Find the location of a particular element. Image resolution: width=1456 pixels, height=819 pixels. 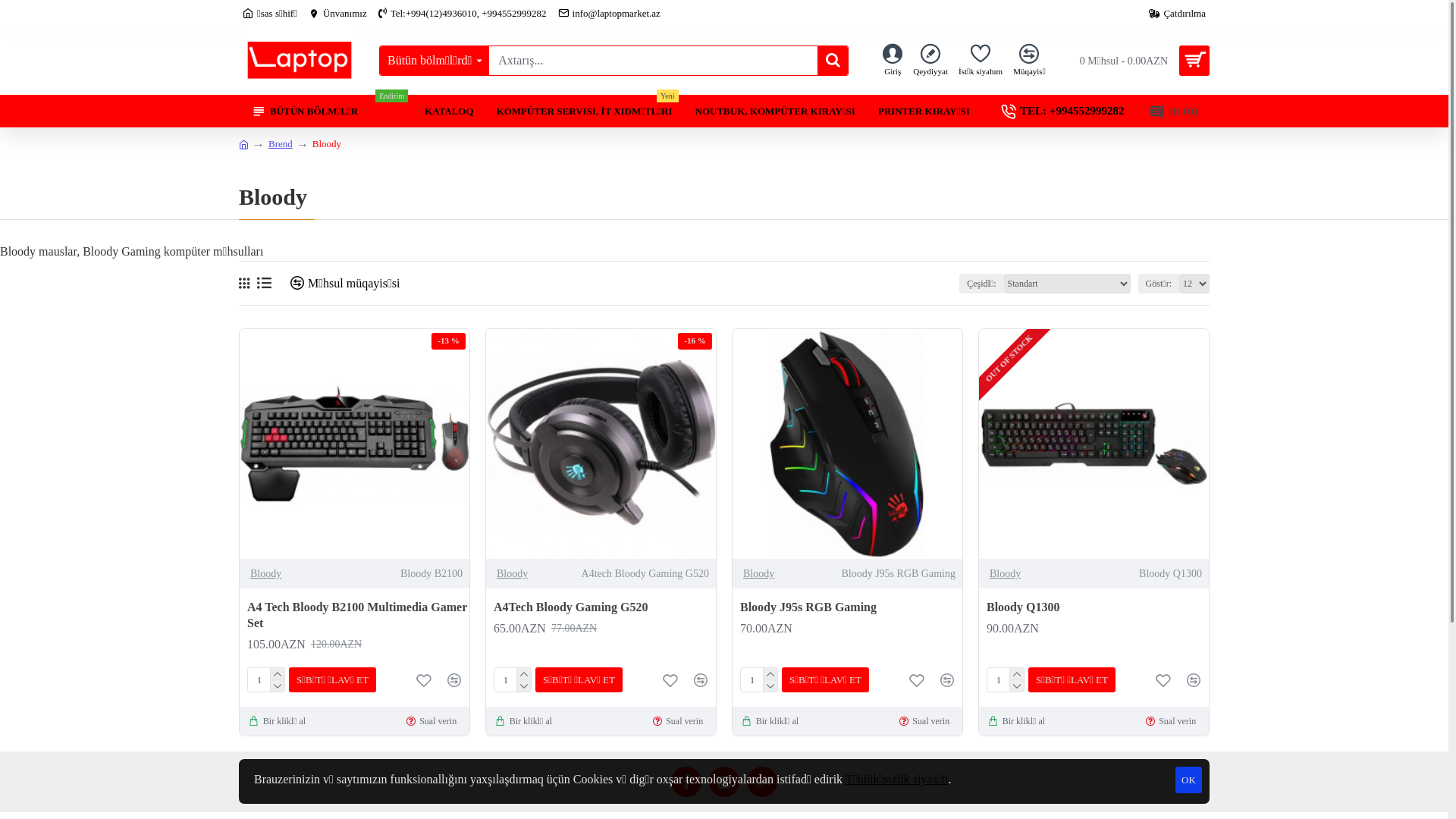

'Brend' is located at coordinates (268, 143).